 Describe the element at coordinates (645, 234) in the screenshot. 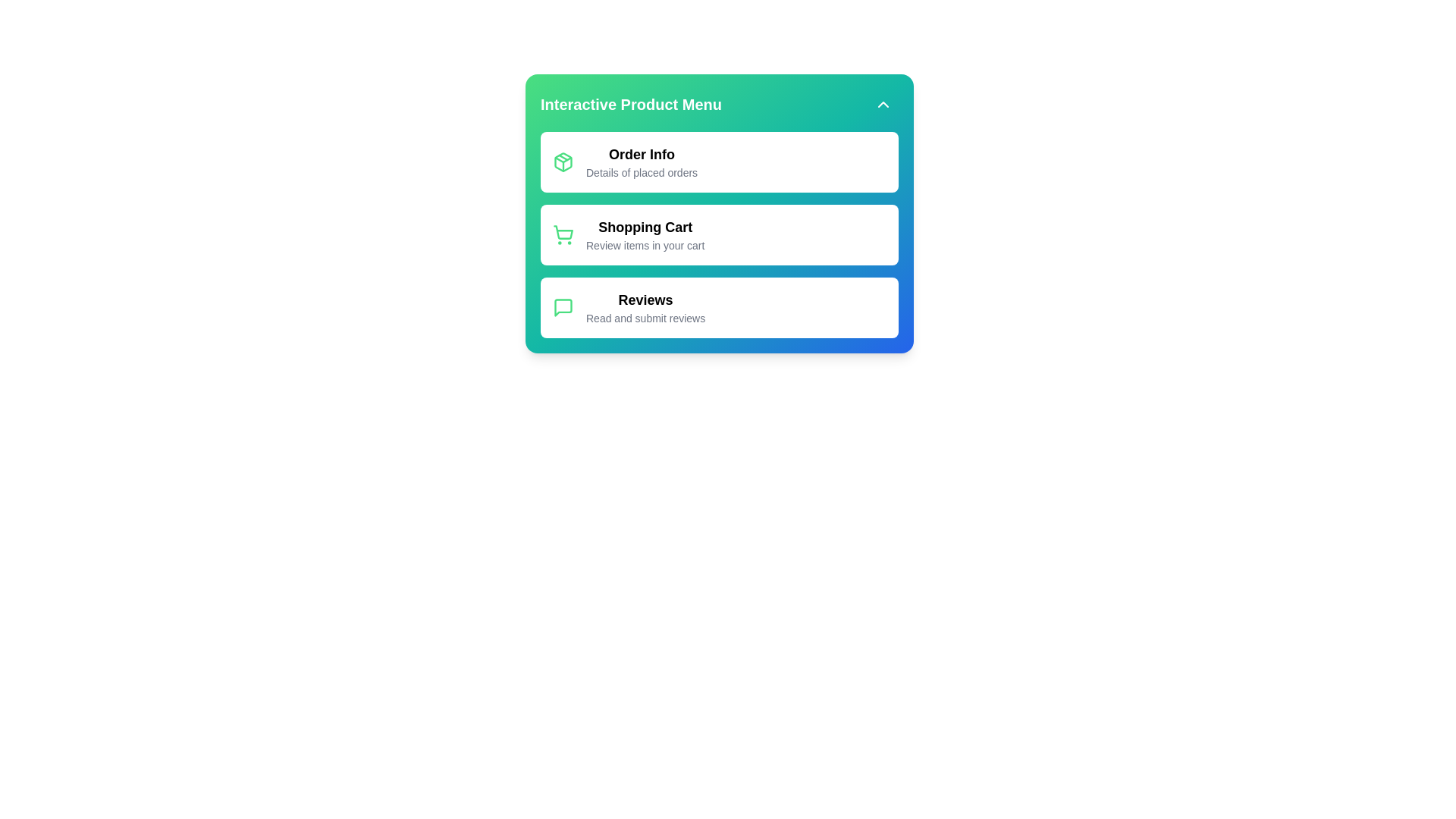

I see `the 'Shopping Cart' item to review items in your cart` at that location.